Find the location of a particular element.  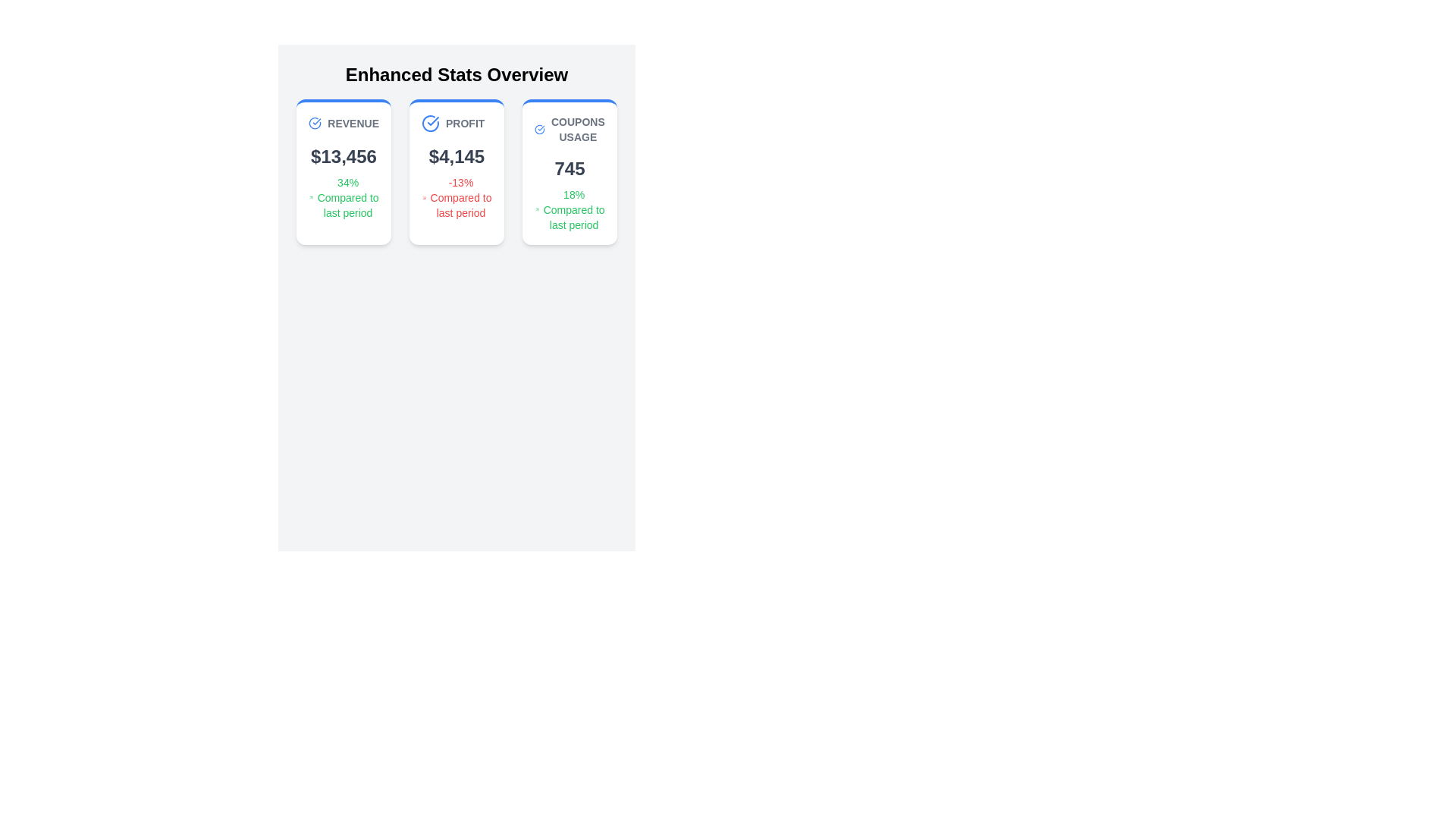

the large bold dark gray text displaying the statistical value '$4,145' located in the center of the 'PROFIT' card in the 'Enhanced Stats Overview' section is located at coordinates (456, 157).